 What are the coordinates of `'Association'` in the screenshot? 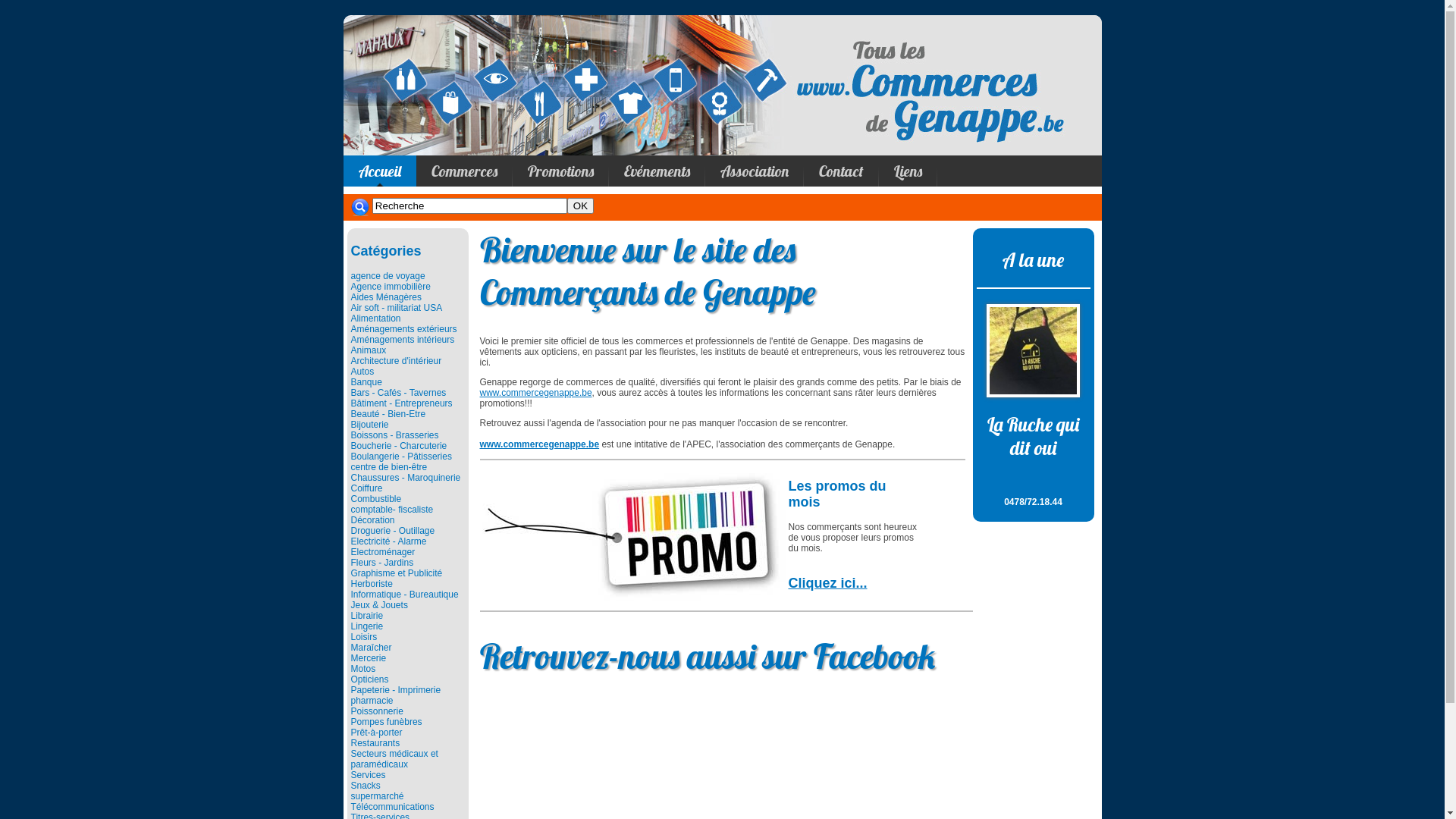 It's located at (704, 171).